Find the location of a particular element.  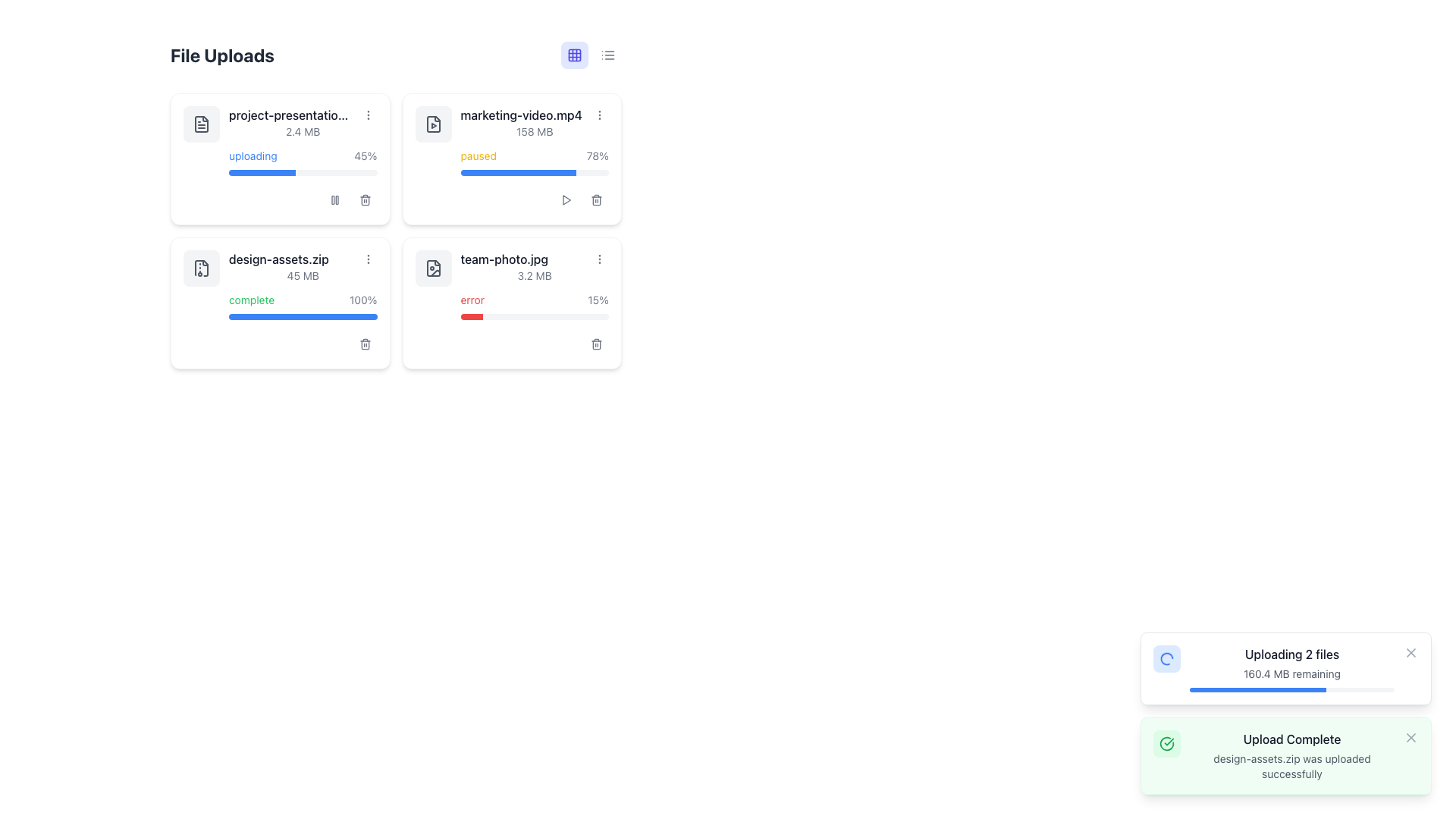

the progress bar representing the paused upload within the 'marketing-video.mp4' panel, located in the top-right section of the grid layout is located at coordinates (535, 171).